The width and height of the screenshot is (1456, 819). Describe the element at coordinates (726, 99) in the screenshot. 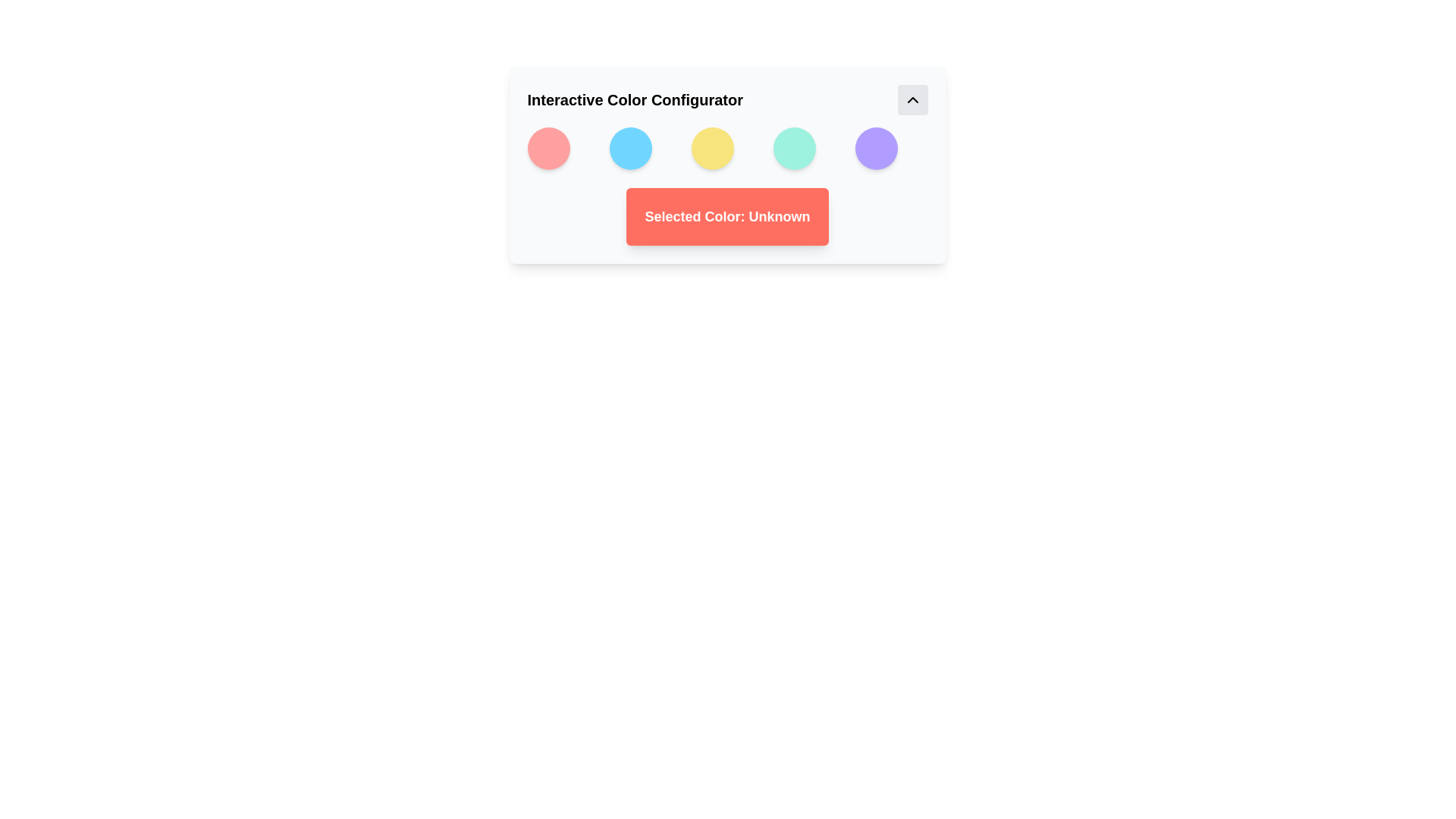

I see `the 'Interactive Color Configurator' header to activate the dropdown menu` at that location.